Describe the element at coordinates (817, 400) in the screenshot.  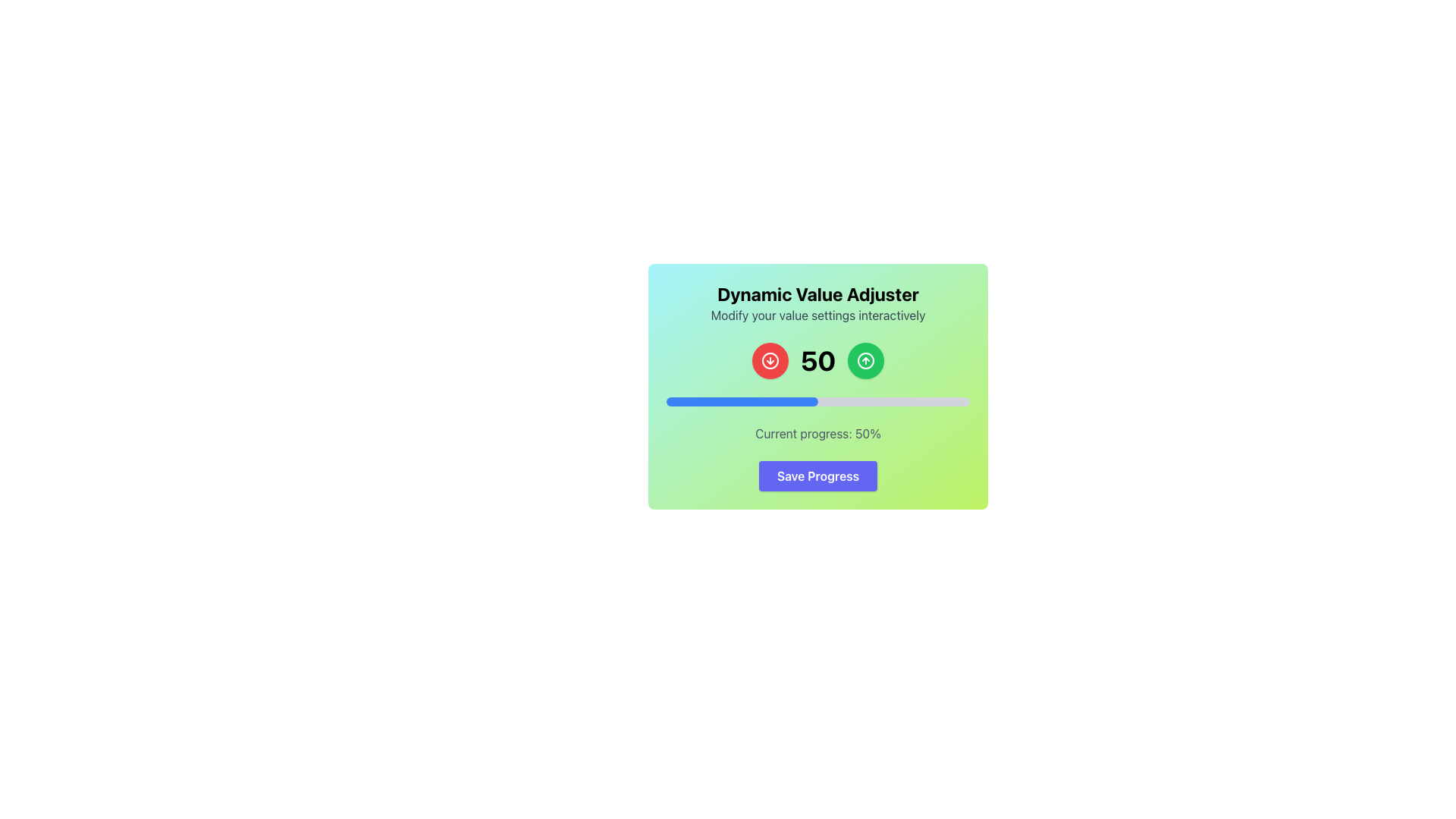
I see `the progress bar that visually represents the percentage progress, positioned below the numerical indicator '50' and above the text 'Current progress: 50%'` at that location.